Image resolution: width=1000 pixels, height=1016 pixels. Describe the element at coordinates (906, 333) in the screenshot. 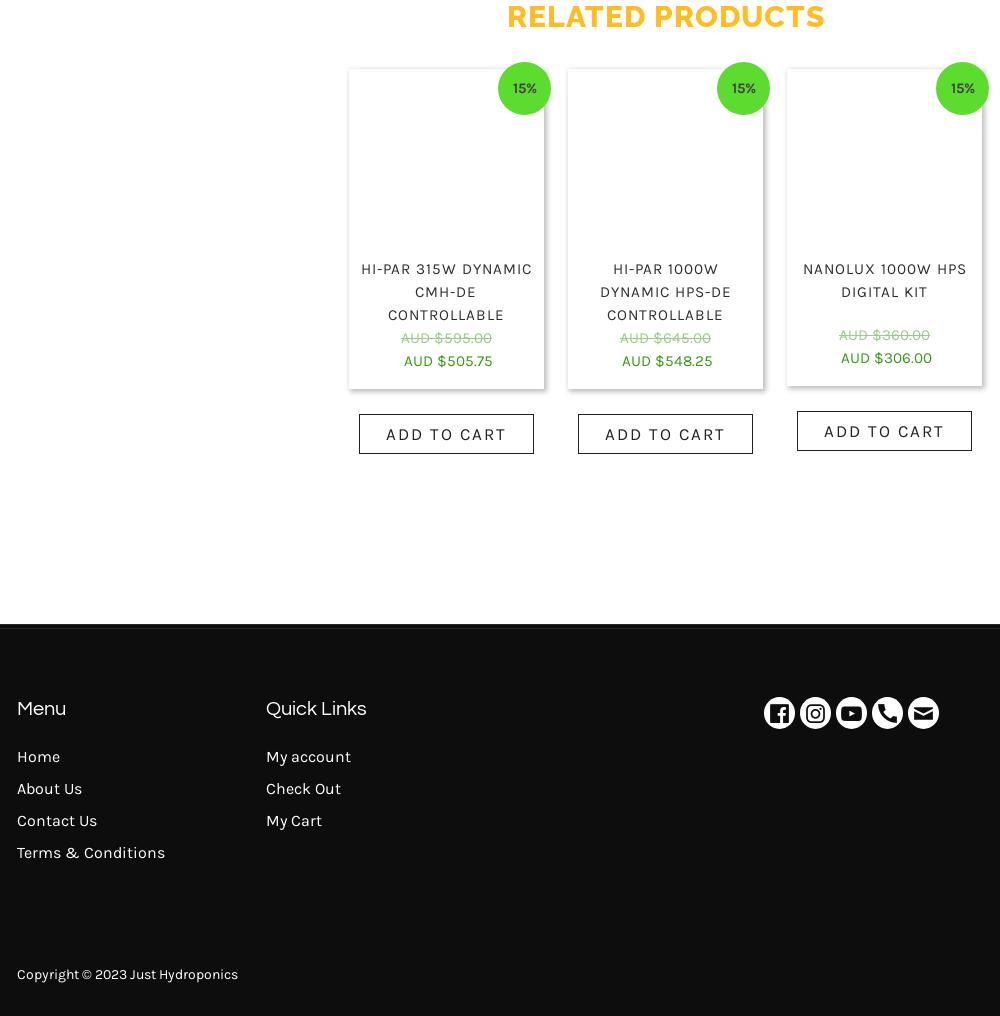

I see `'360.00'` at that location.